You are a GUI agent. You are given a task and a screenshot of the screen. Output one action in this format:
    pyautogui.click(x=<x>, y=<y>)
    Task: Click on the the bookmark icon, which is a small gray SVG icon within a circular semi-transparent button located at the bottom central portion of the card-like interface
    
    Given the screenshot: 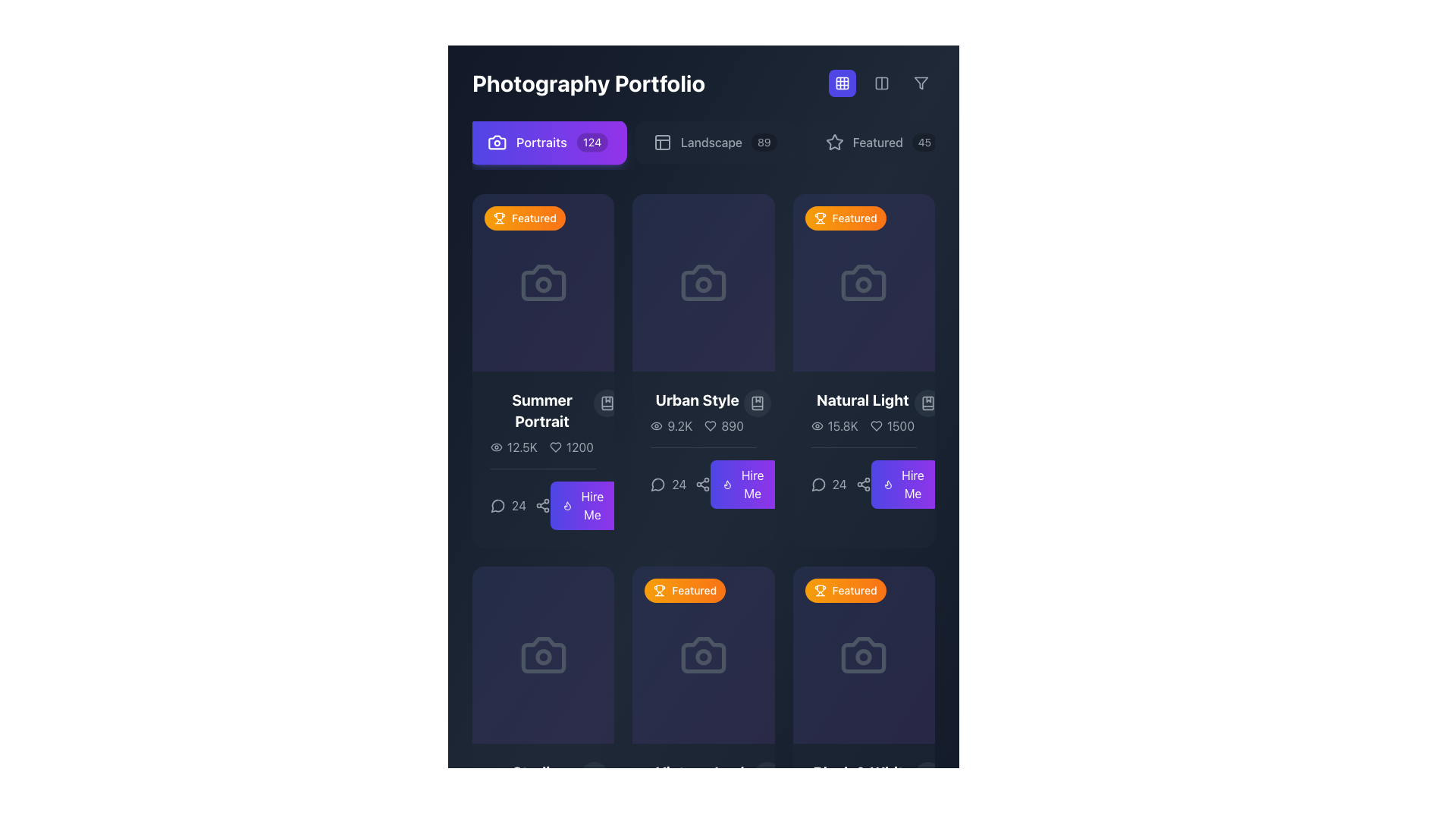 What is the action you would take?
    pyautogui.click(x=593, y=776)
    